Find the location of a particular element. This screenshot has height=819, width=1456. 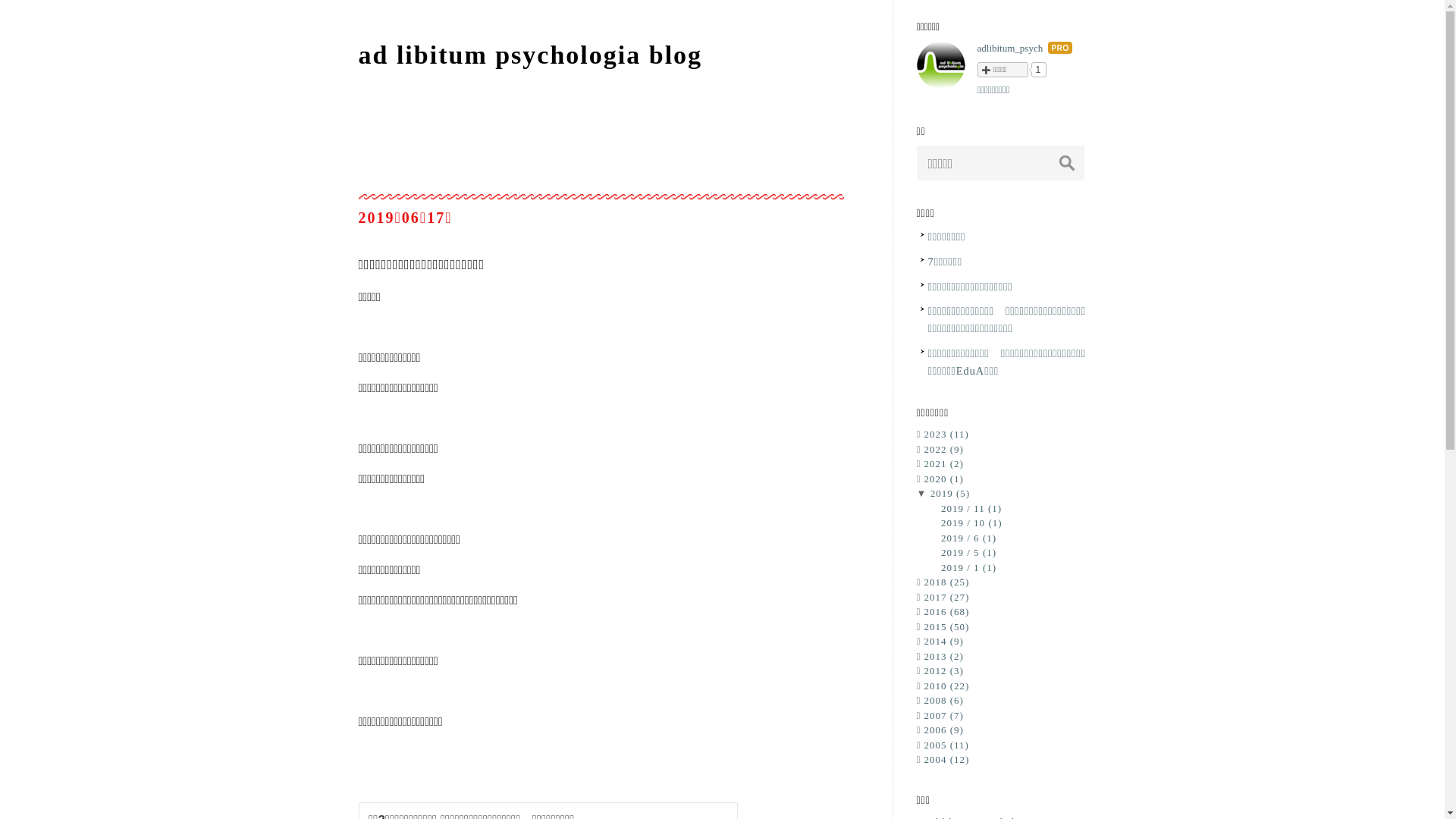

'2017 (27)' is located at coordinates (923, 596).